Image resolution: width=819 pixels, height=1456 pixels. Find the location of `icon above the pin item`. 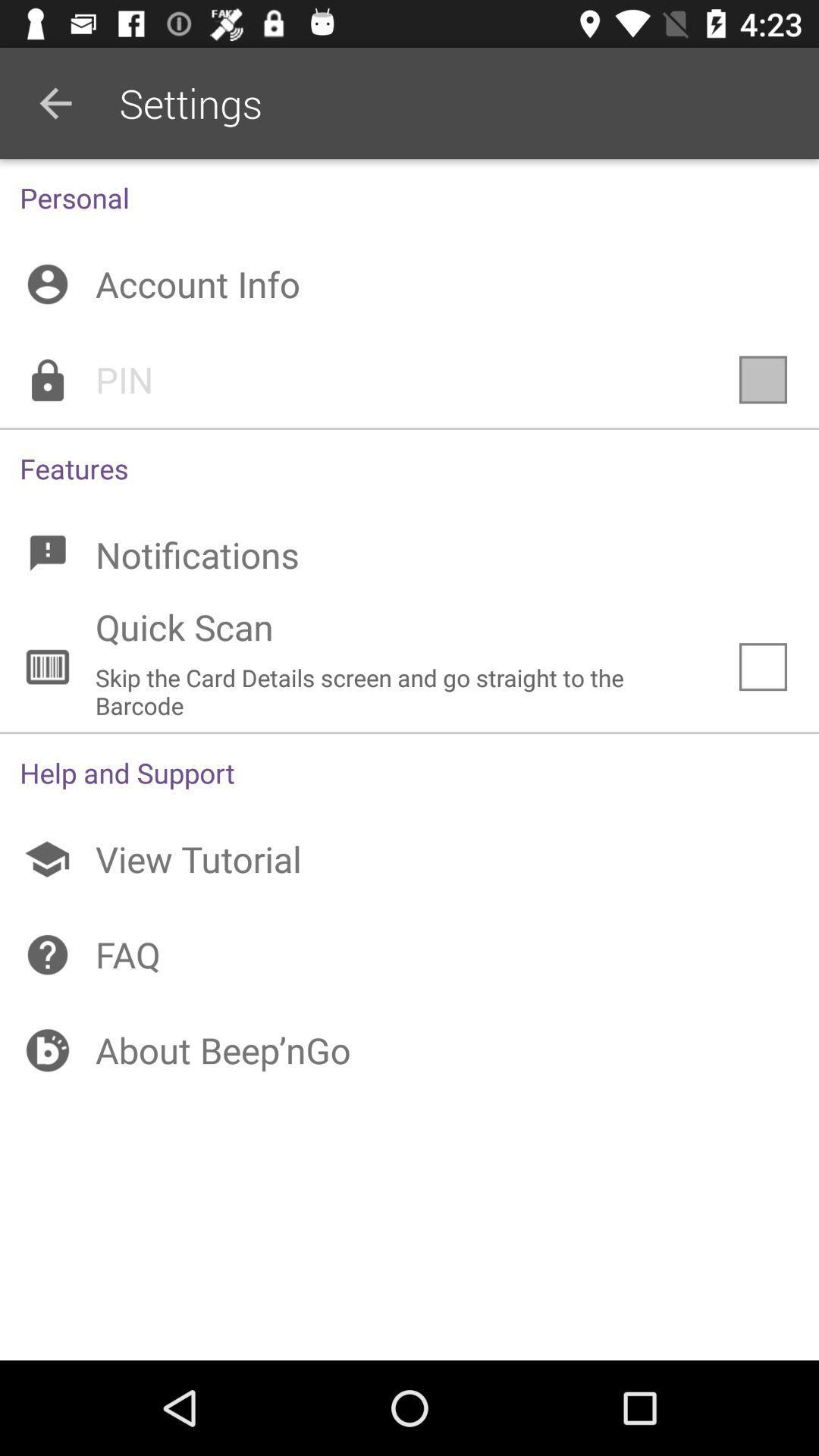

icon above the pin item is located at coordinates (409, 284).